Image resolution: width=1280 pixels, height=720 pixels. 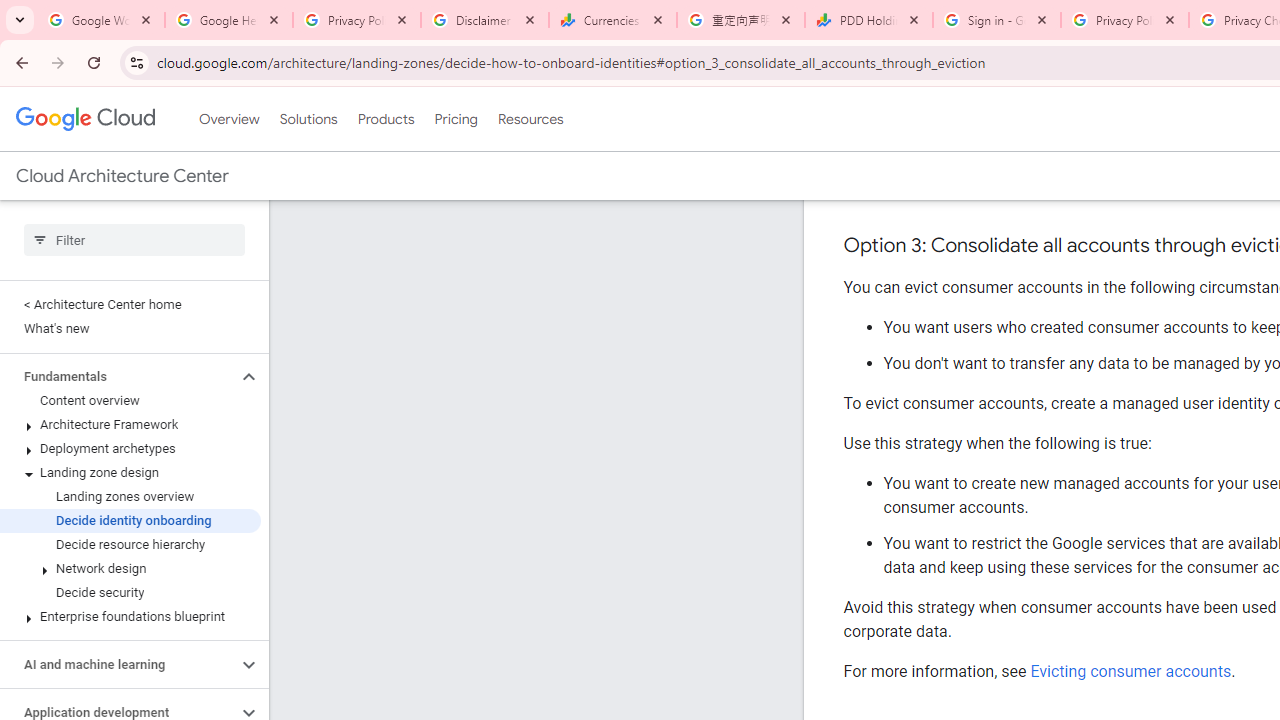 What do you see at coordinates (129, 401) in the screenshot?
I see `'Content overview'` at bounding box center [129, 401].